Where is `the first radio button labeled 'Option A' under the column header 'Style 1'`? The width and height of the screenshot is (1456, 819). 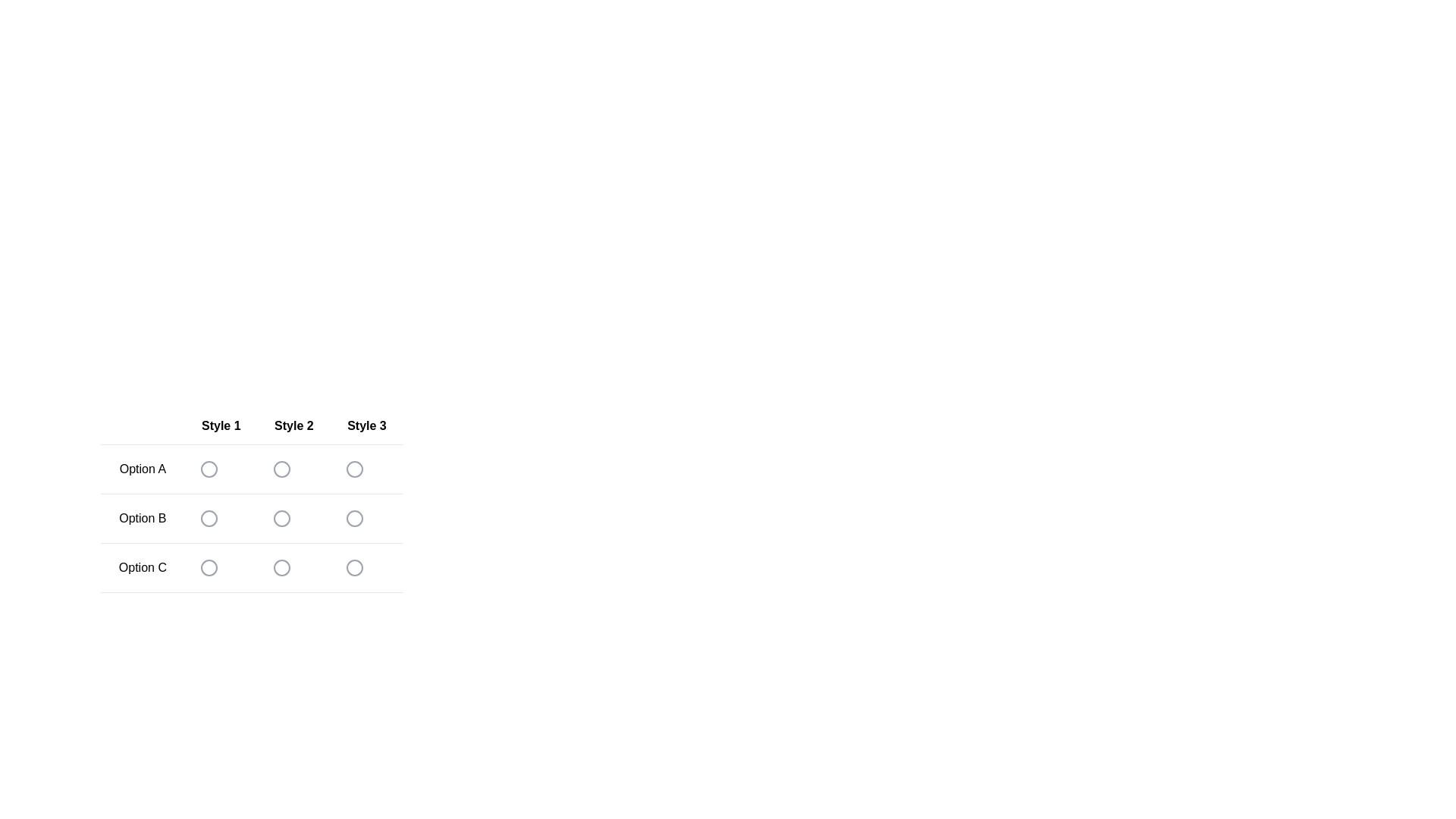 the first radio button labeled 'Option A' under the column header 'Style 1' is located at coordinates (208, 468).